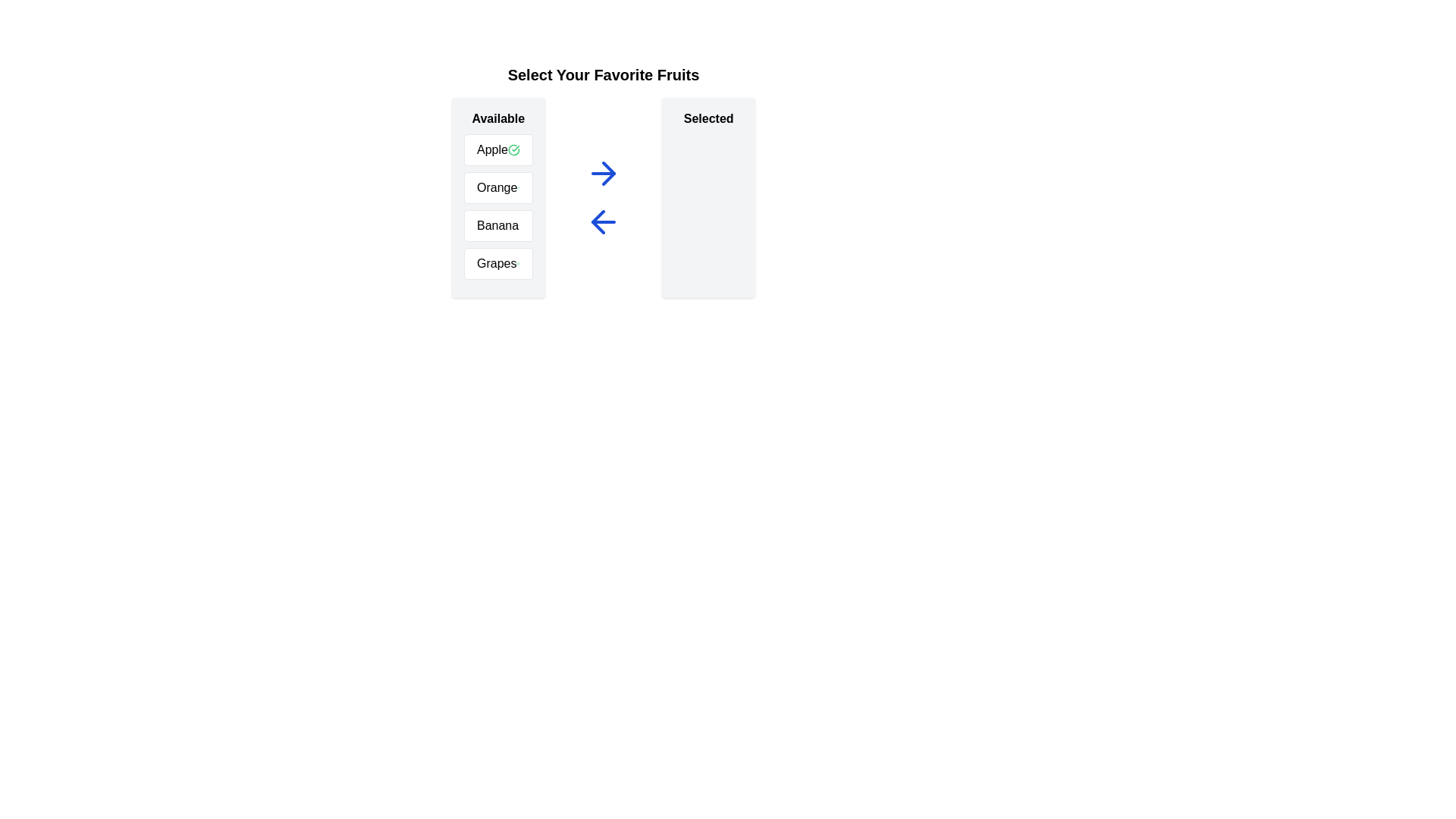 This screenshot has width=1456, height=819. What do you see at coordinates (498, 187) in the screenshot?
I see `the text of the available item 'Orange' to select it` at bounding box center [498, 187].